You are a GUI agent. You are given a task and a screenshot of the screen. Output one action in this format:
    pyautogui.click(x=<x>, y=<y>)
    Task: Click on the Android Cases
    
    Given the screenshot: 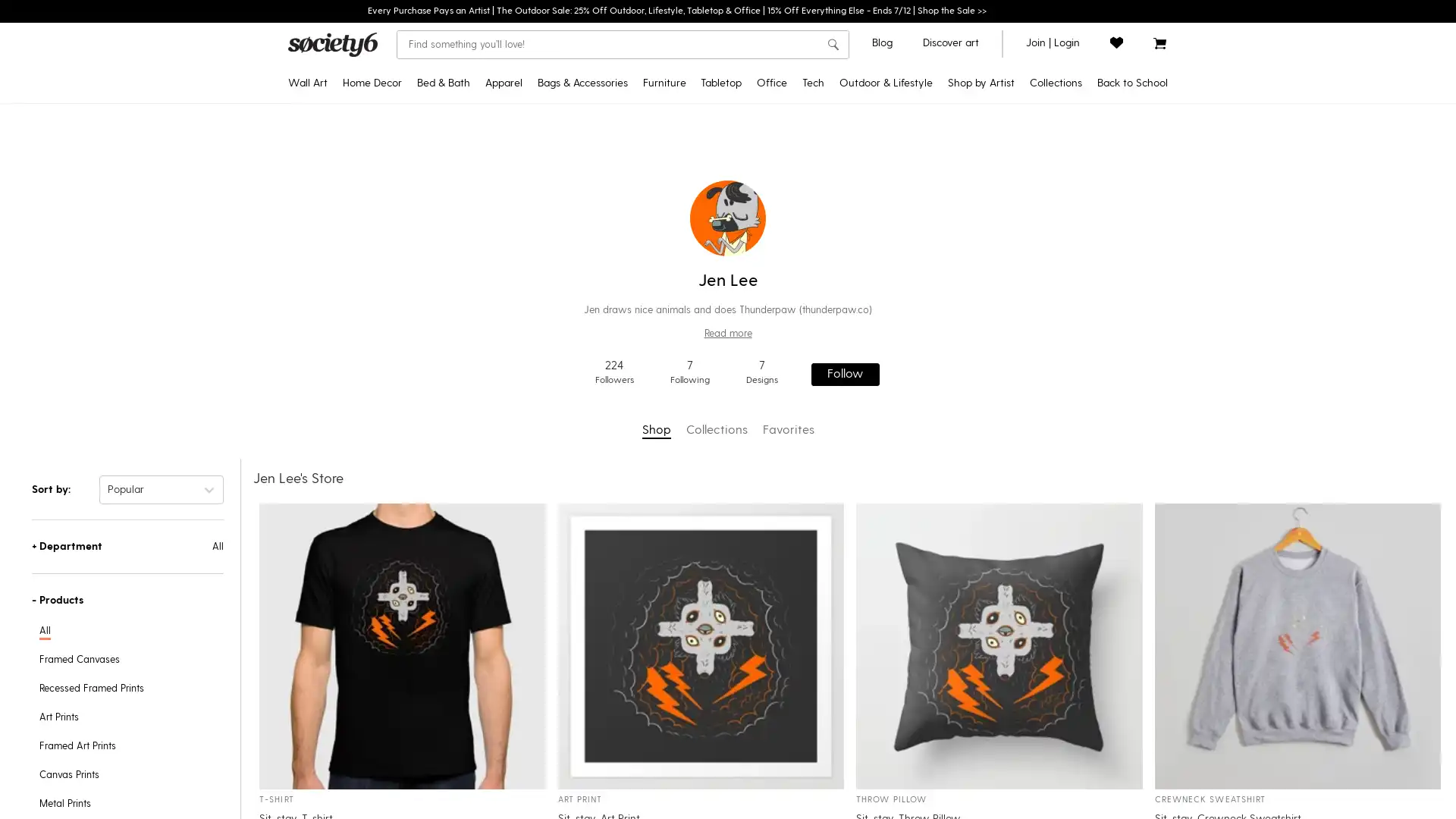 What is the action you would take?
    pyautogui.click(x=867, y=146)
    